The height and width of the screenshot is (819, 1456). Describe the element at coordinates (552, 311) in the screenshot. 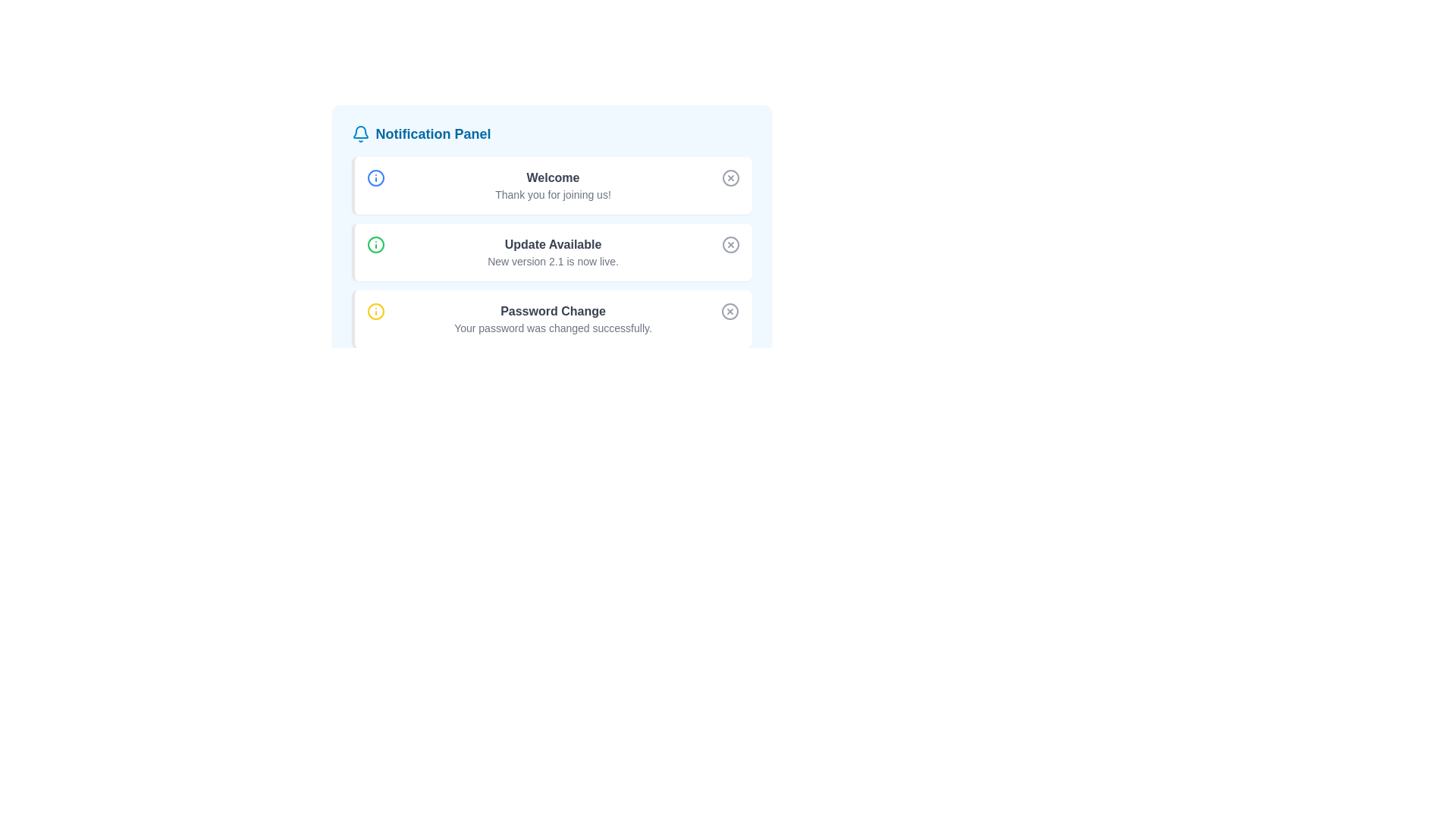

I see `the 'Password Change' text label displayed in bold dark gray within the 'Notification Panel' interface, located above the text 'Your password was changed successfully.'` at that location.